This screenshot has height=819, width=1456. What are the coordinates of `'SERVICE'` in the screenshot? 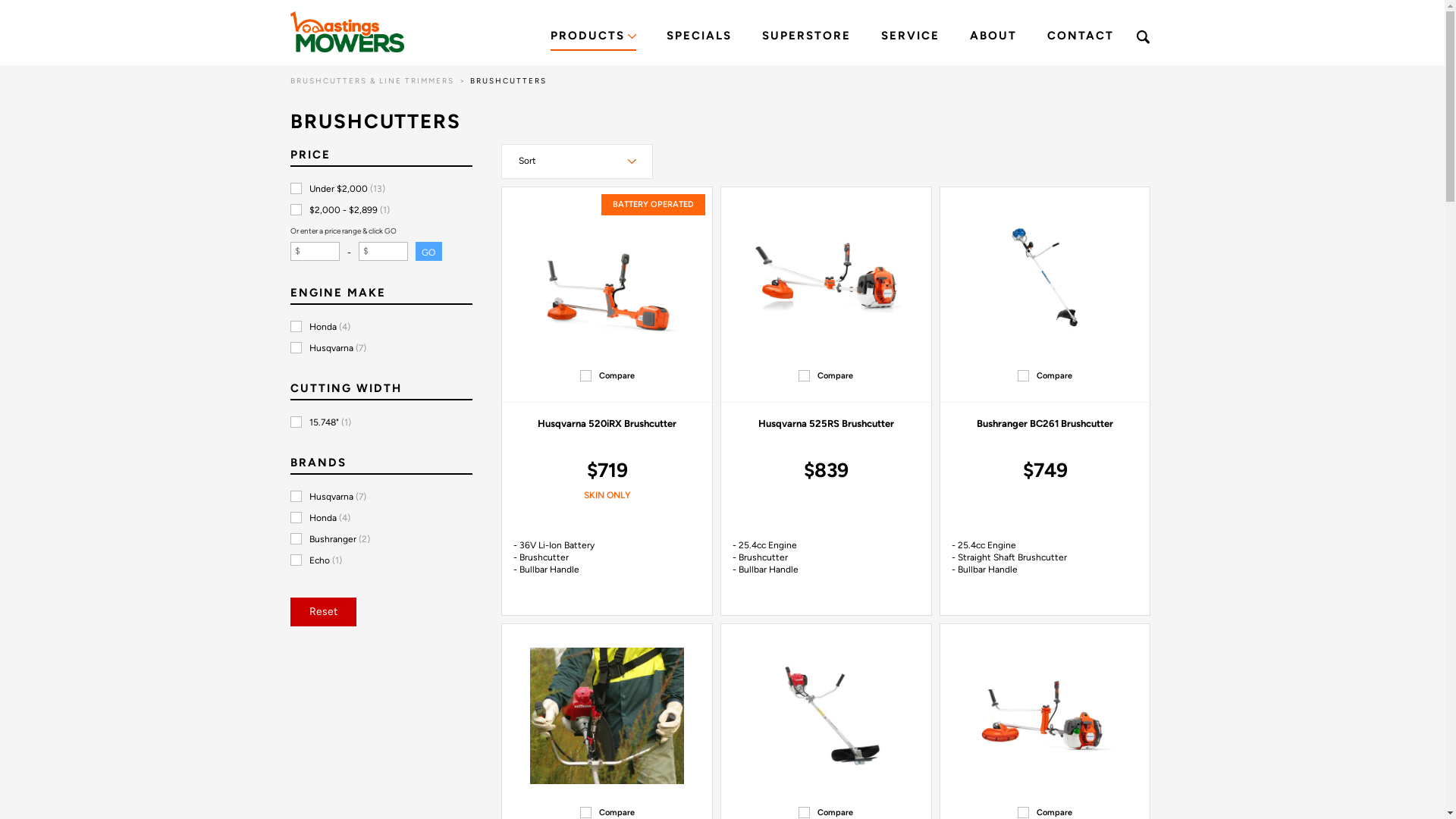 It's located at (910, 37).